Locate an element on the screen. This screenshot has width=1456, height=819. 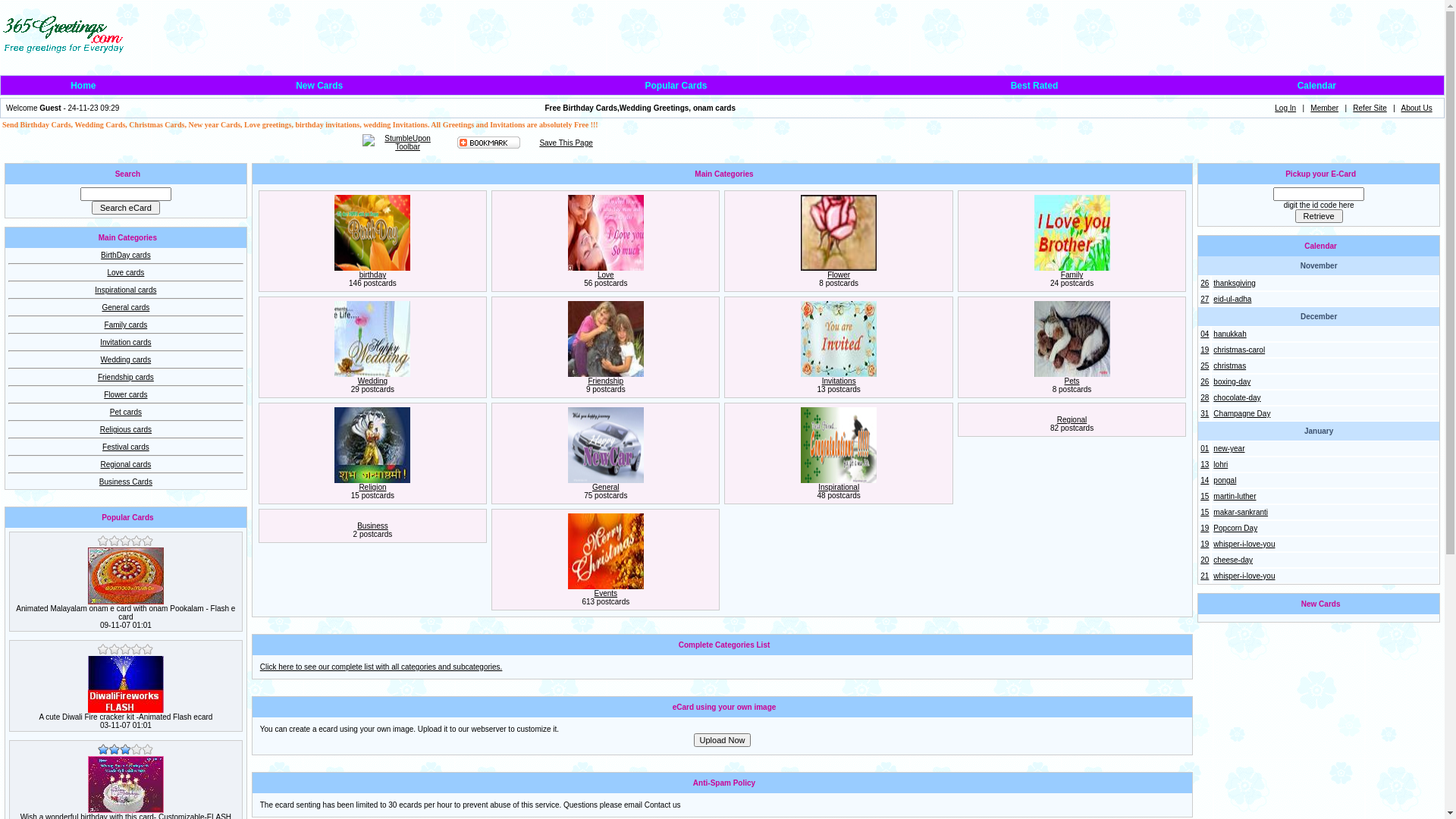
'General' is located at coordinates (604, 487).